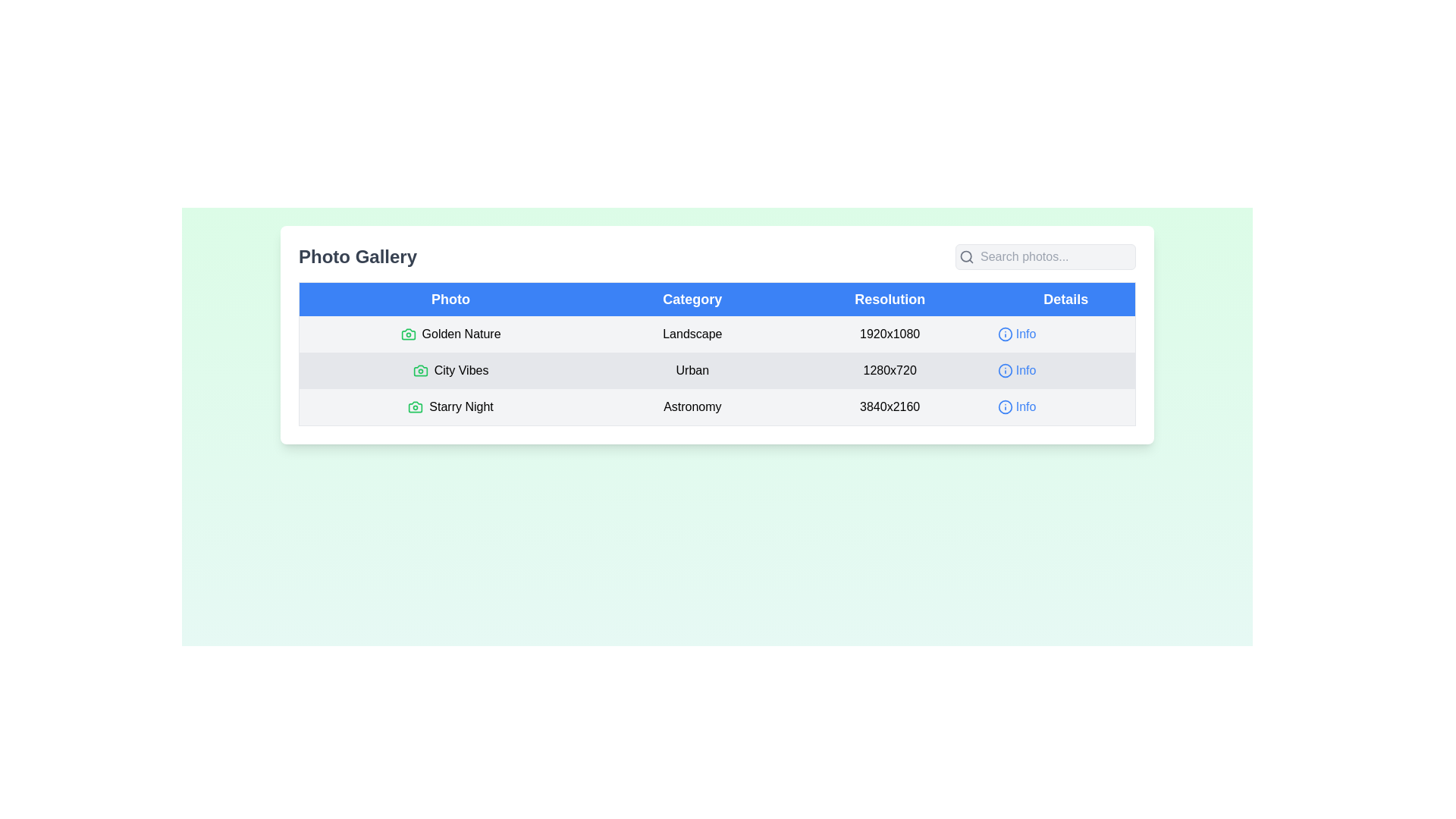  I want to click on the decorative SVG Circle element that forms part of the search magnifying glass icon located near the top-right corner of the application interface, so click(965, 256).